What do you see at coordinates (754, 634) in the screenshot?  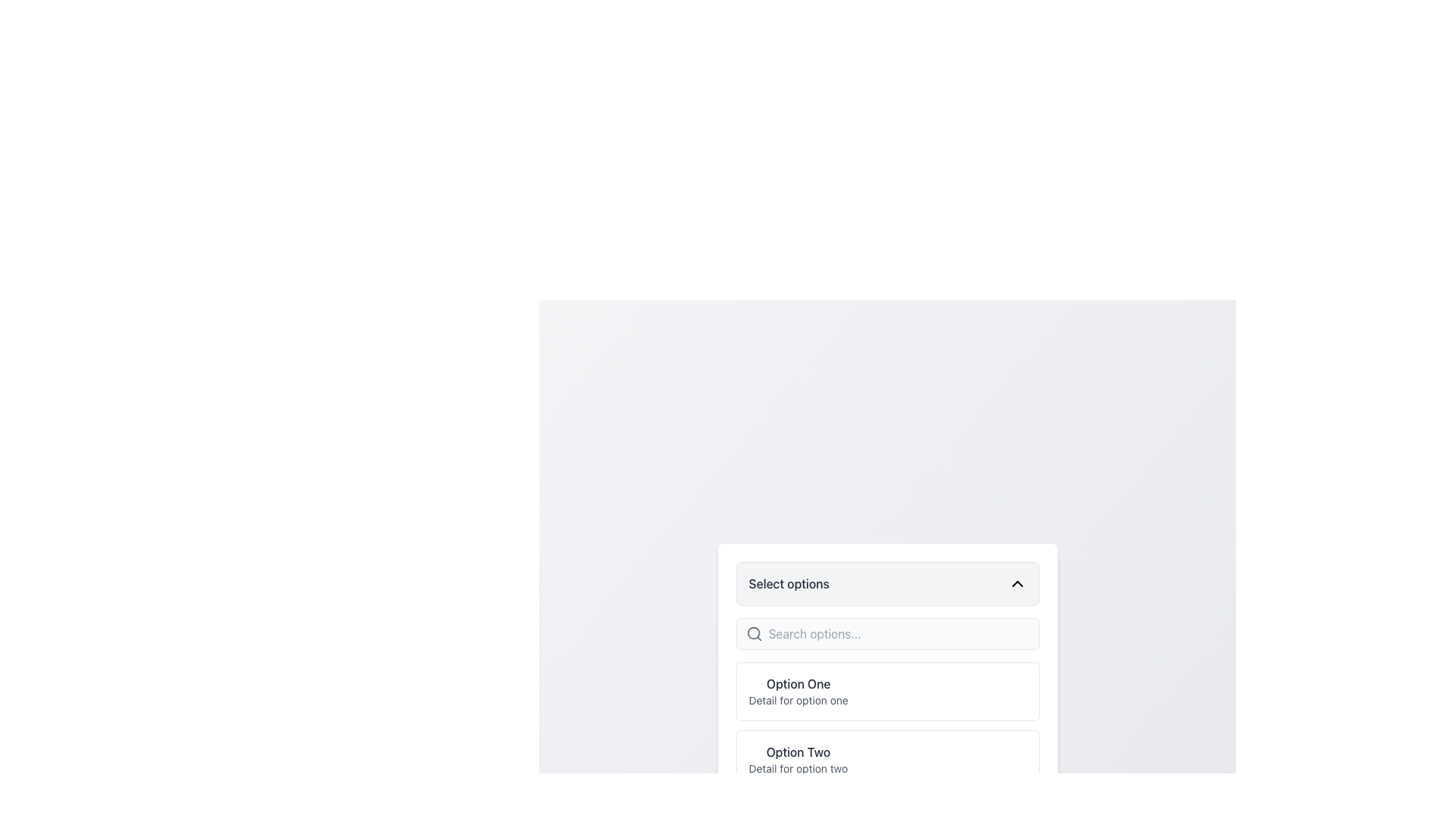 I see `the magnifying glass icon, which is styled in gray and located on the left side of the search bar input field` at bounding box center [754, 634].